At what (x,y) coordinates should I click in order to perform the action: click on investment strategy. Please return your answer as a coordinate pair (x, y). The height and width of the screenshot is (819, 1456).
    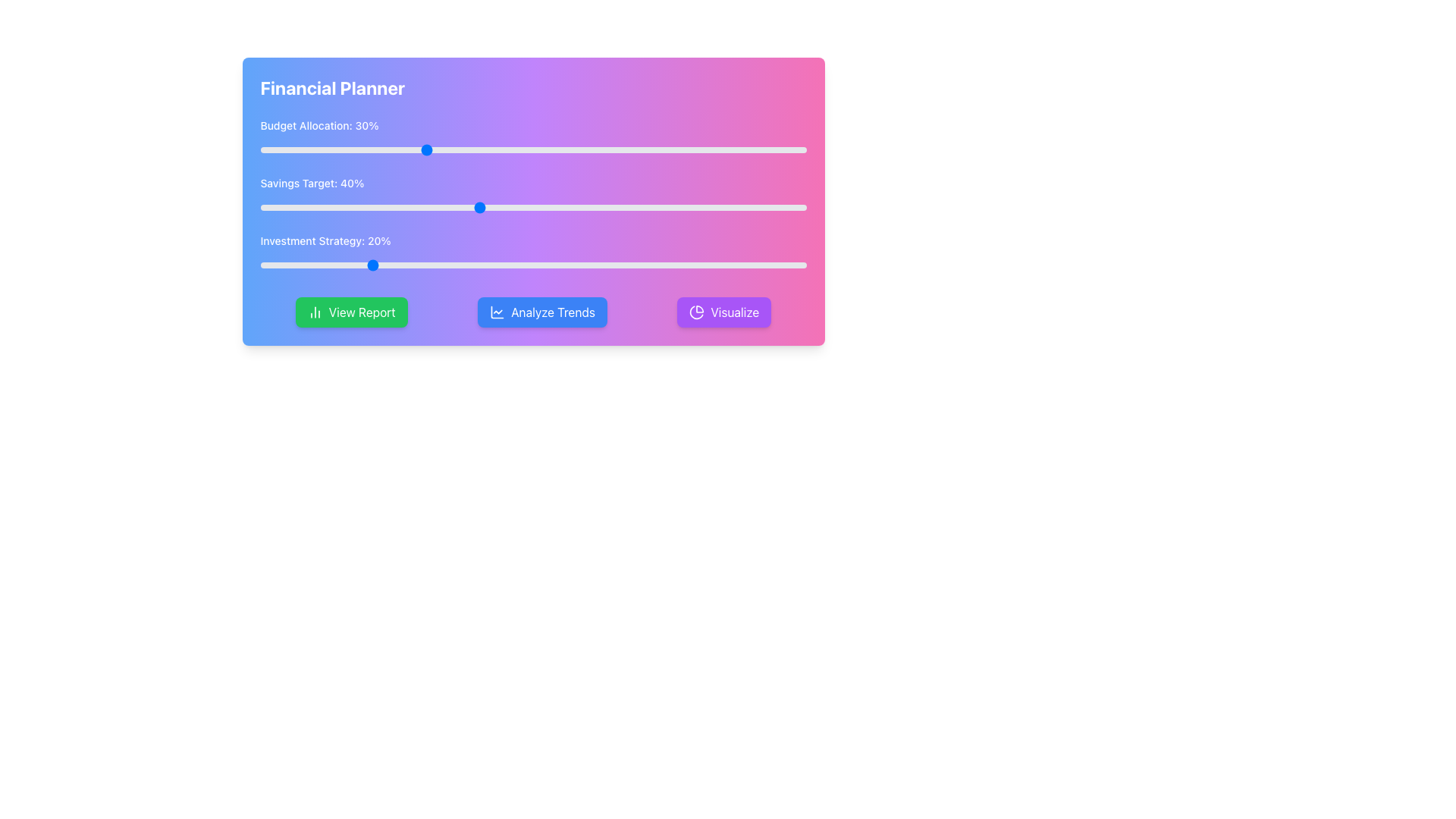
    Looking at the image, I should click on (391, 265).